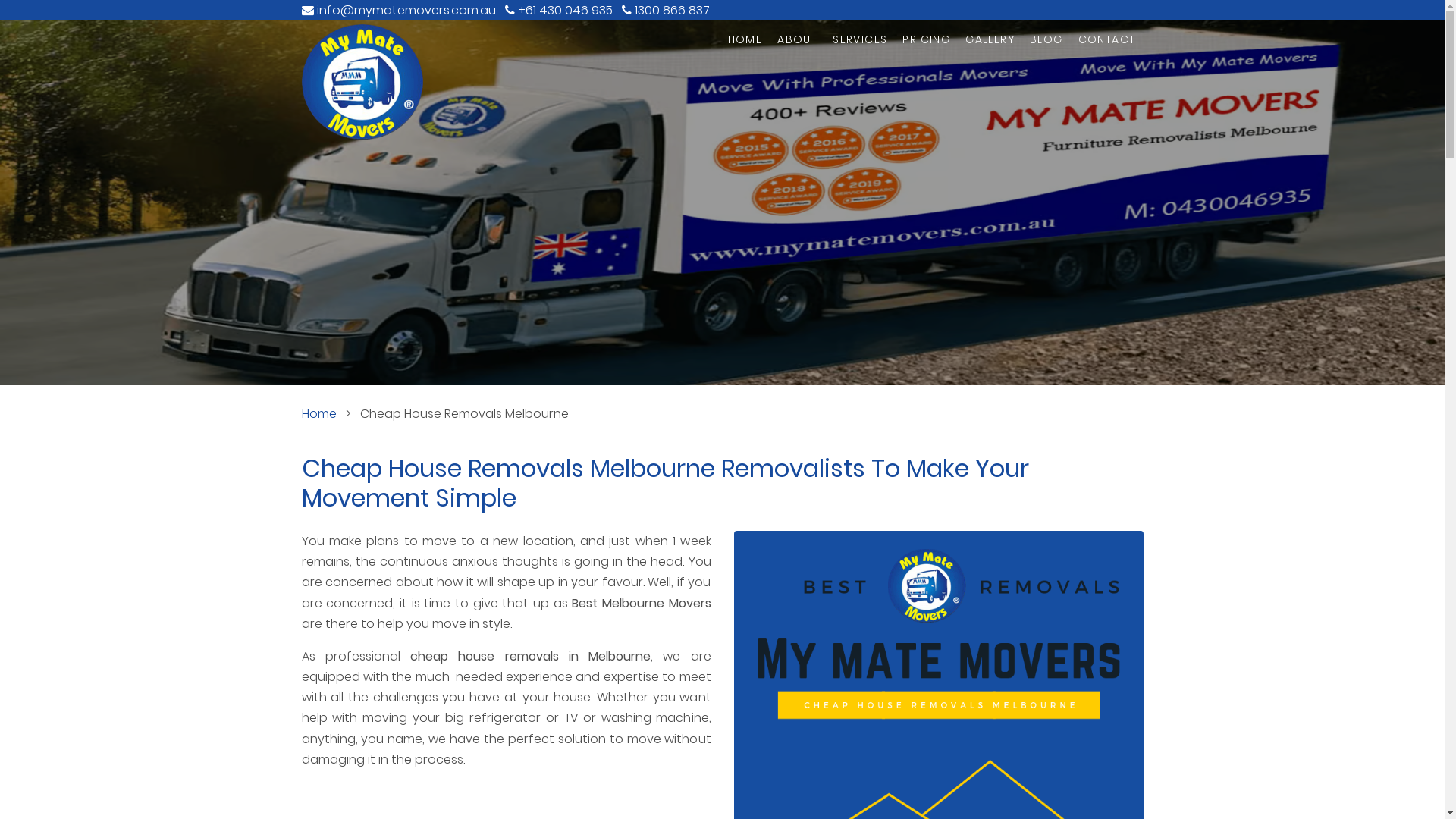 The image size is (1456, 819). What do you see at coordinates (990, 38) in the screenshot?
I see `'GALLERY'` at bounding box center [990, 38].